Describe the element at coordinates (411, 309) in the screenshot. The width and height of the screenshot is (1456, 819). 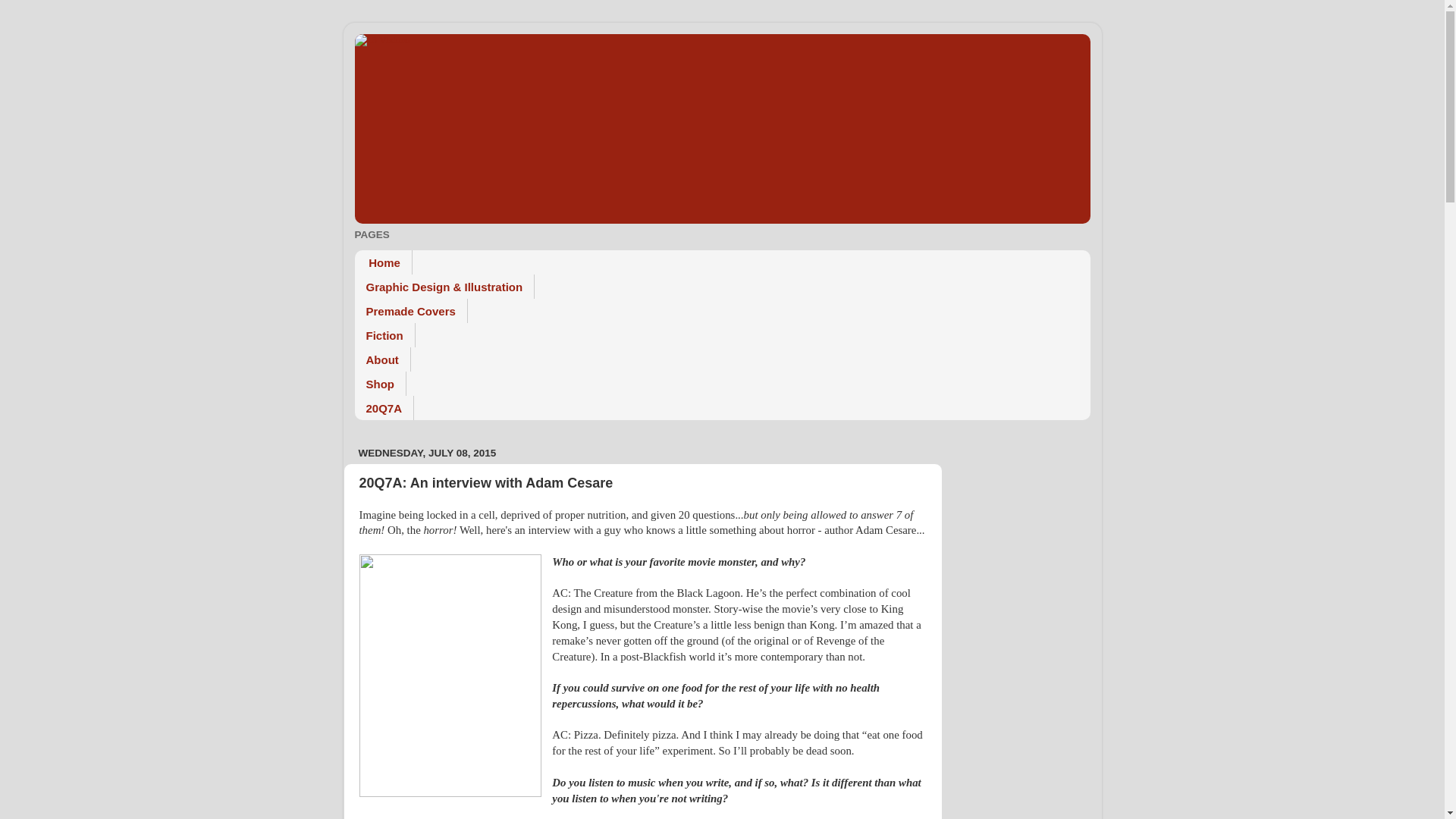
I see `'Premade Covers'` at that location.